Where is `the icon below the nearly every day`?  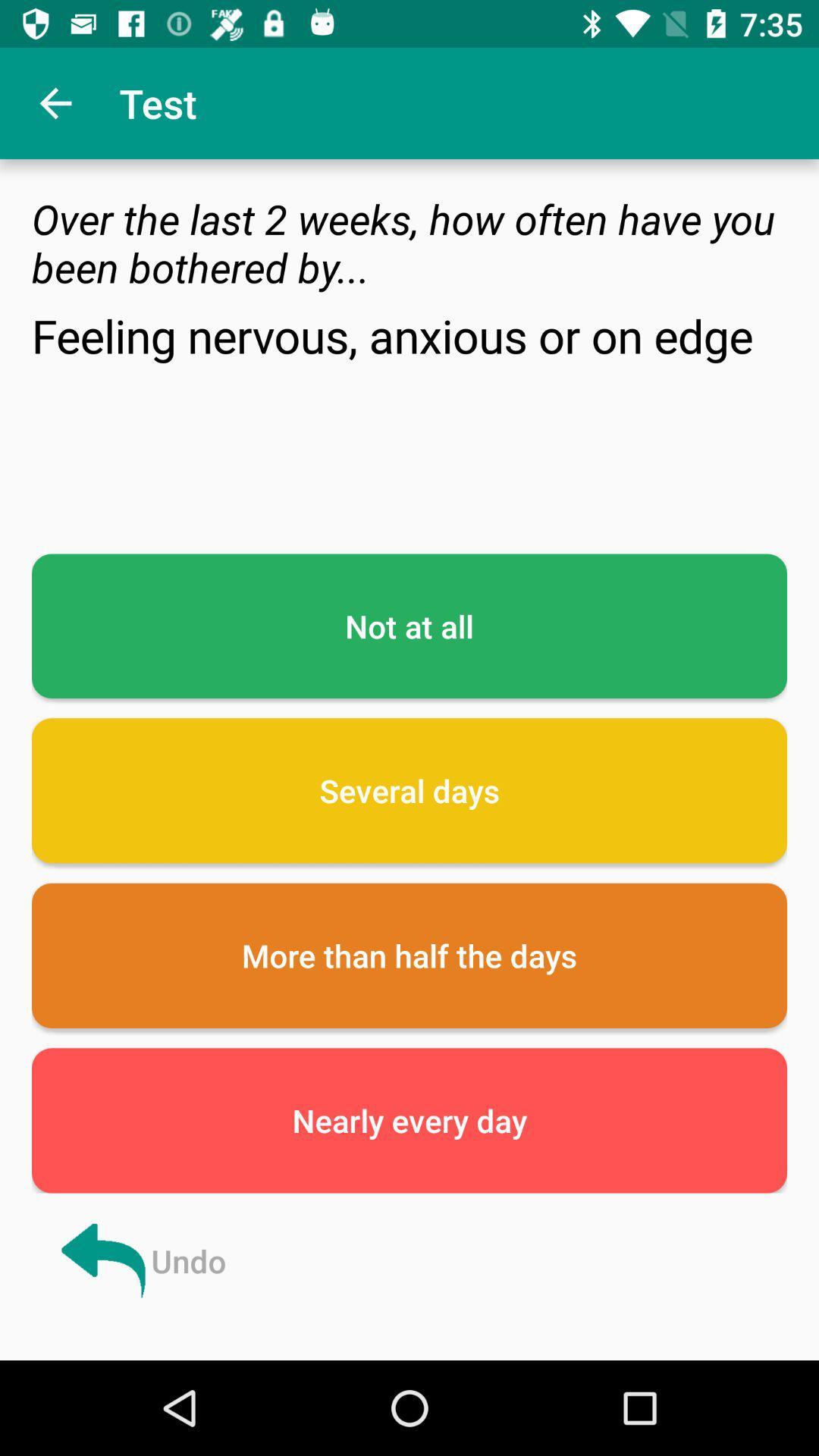
the icon below the nearly every day is located at coordinates (140, 1260).